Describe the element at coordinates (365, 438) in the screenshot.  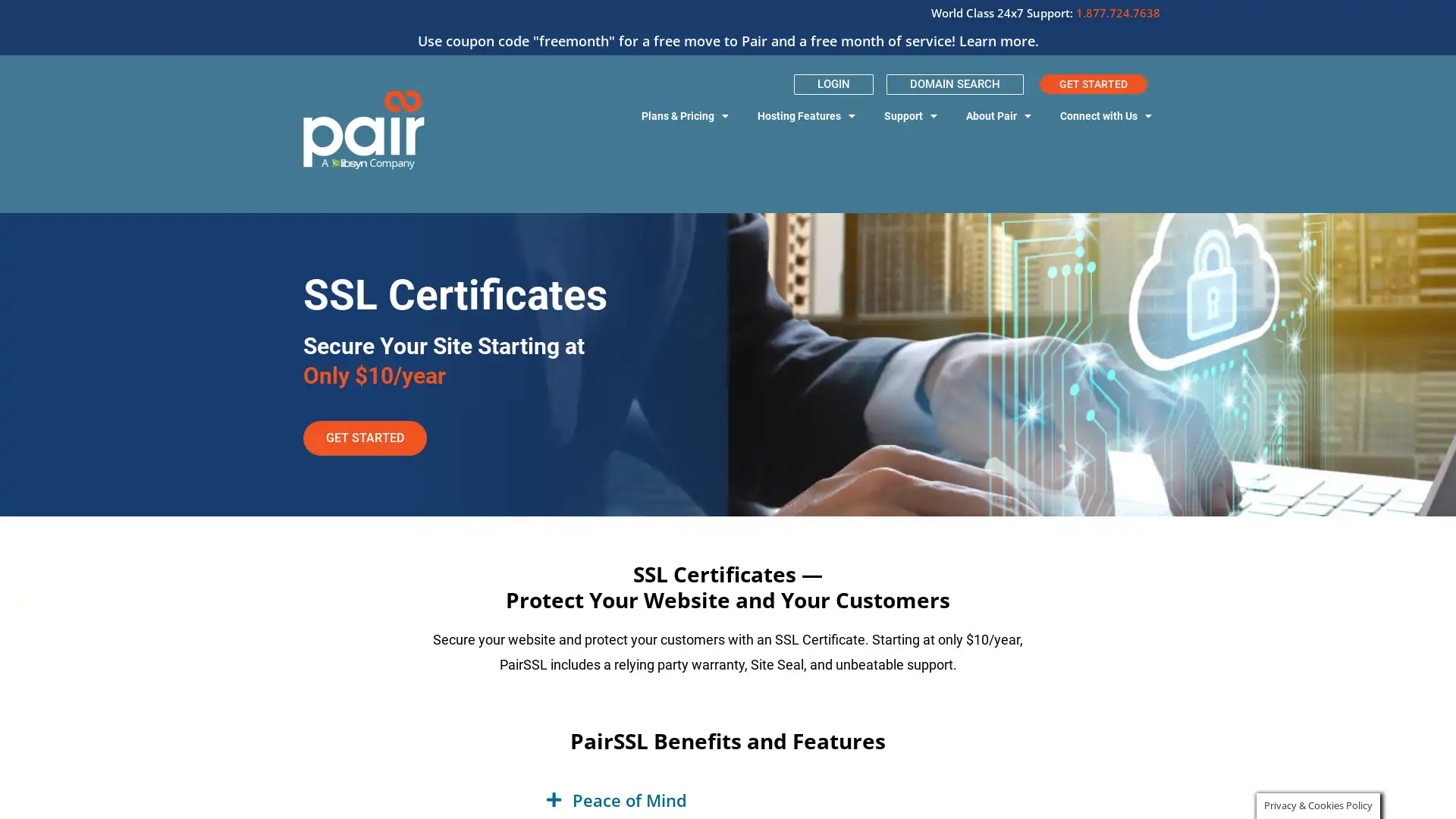
I see `GET STARTED` at that location.